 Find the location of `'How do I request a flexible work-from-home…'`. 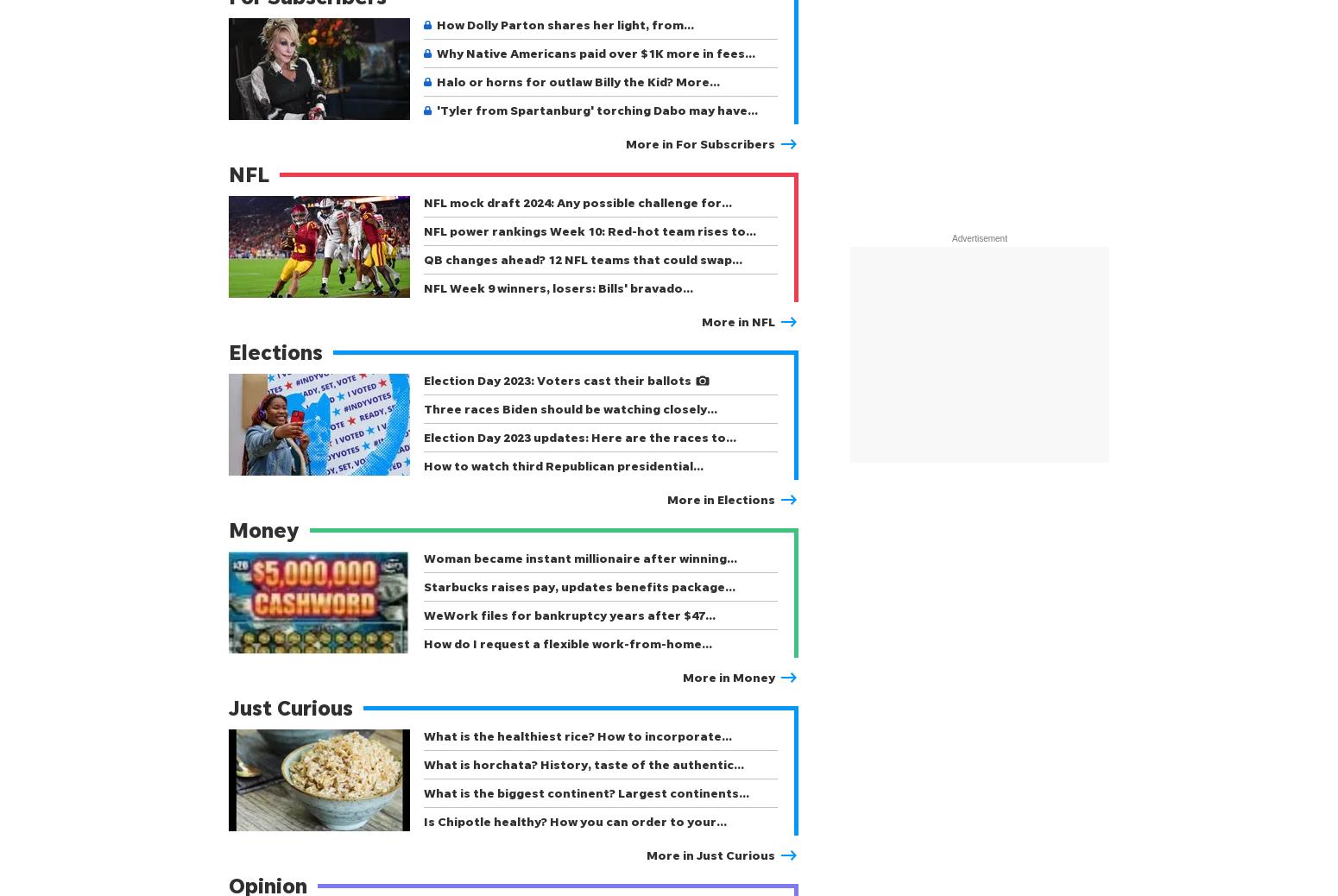

'How do I request a flexible work-from-home…' is located at coordinates (566, 642).